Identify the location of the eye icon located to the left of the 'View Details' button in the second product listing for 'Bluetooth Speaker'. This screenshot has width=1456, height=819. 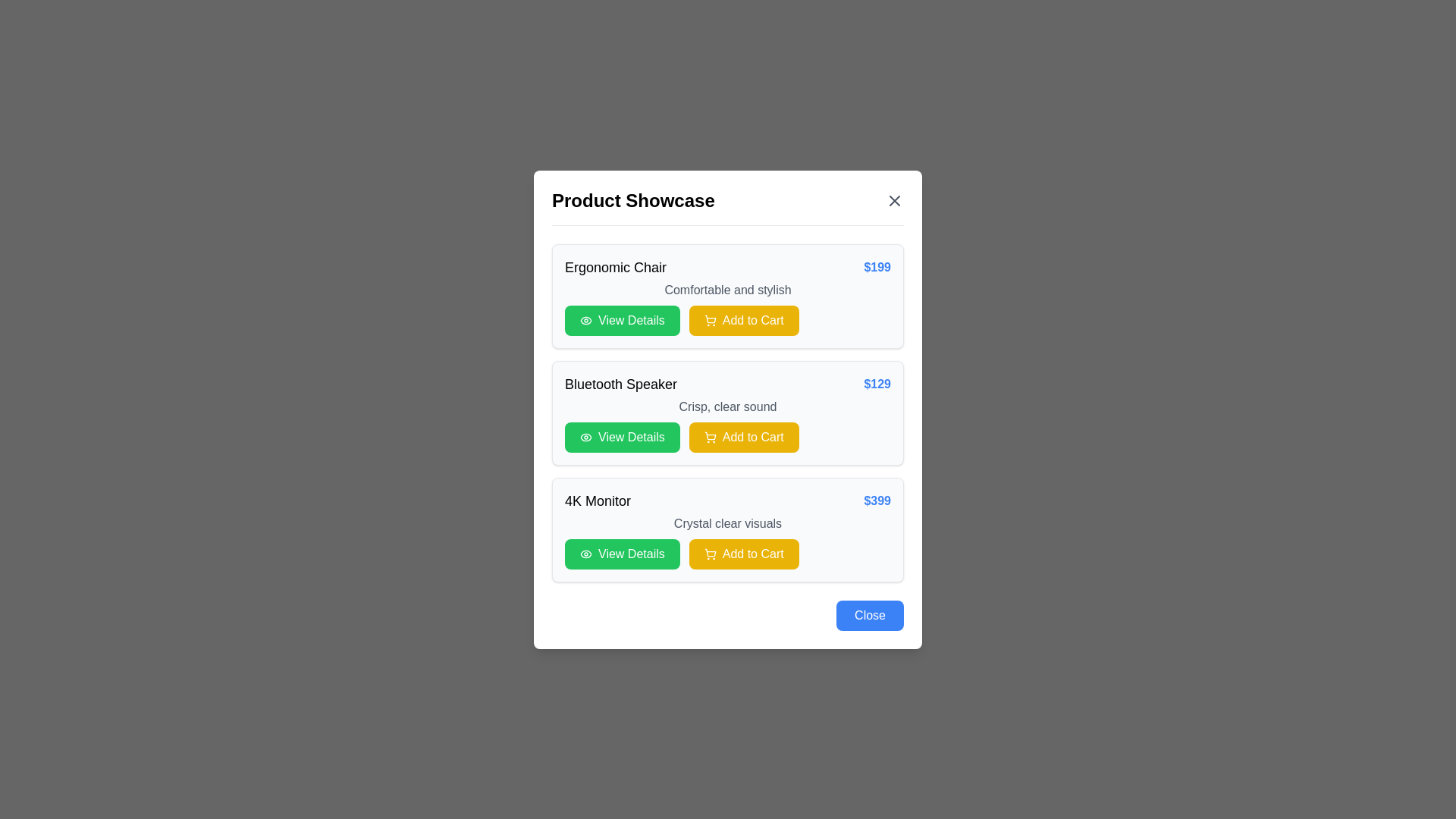
(585, 318).